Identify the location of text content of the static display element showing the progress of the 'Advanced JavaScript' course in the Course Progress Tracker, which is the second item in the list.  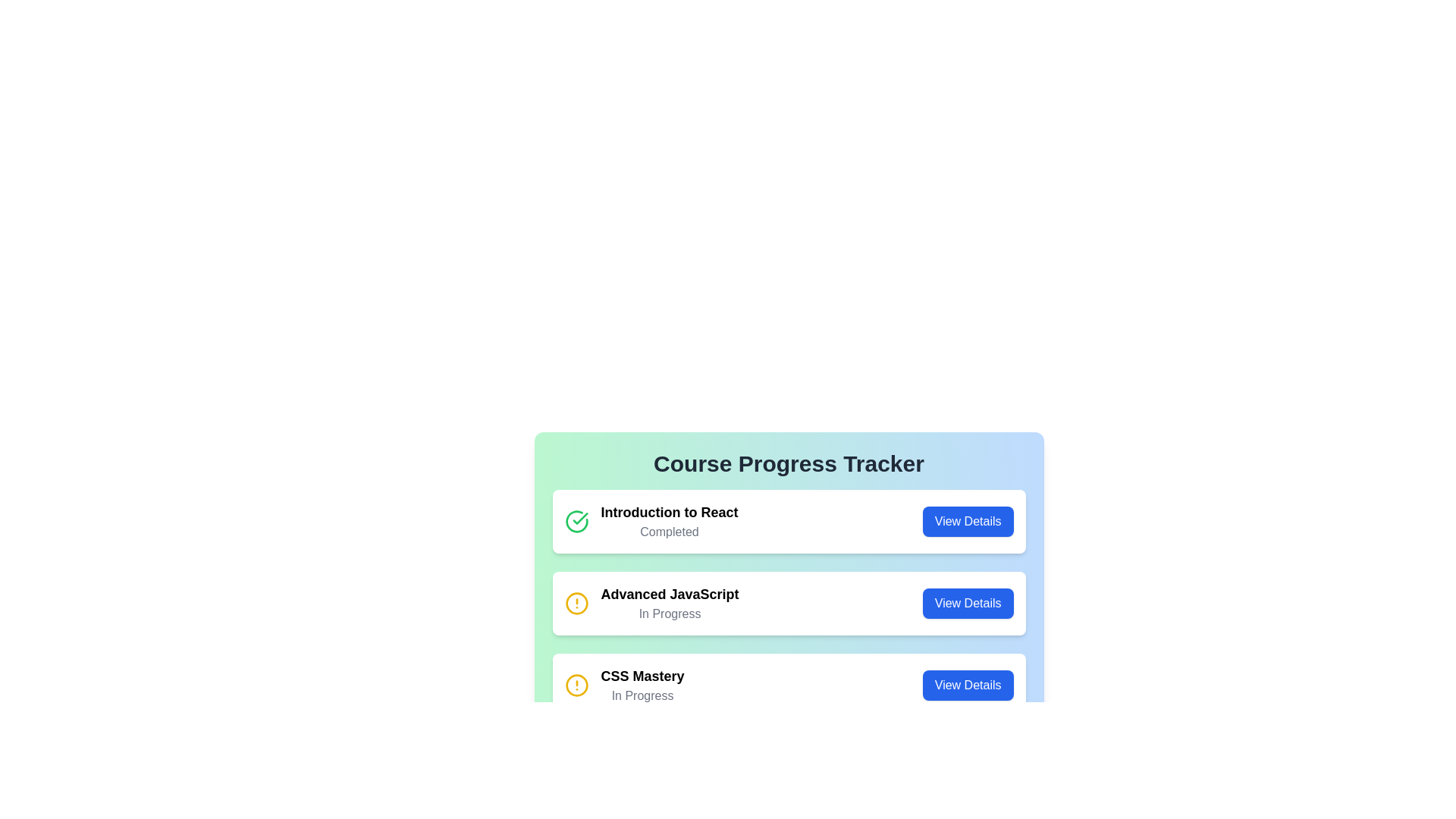
(669, 602).